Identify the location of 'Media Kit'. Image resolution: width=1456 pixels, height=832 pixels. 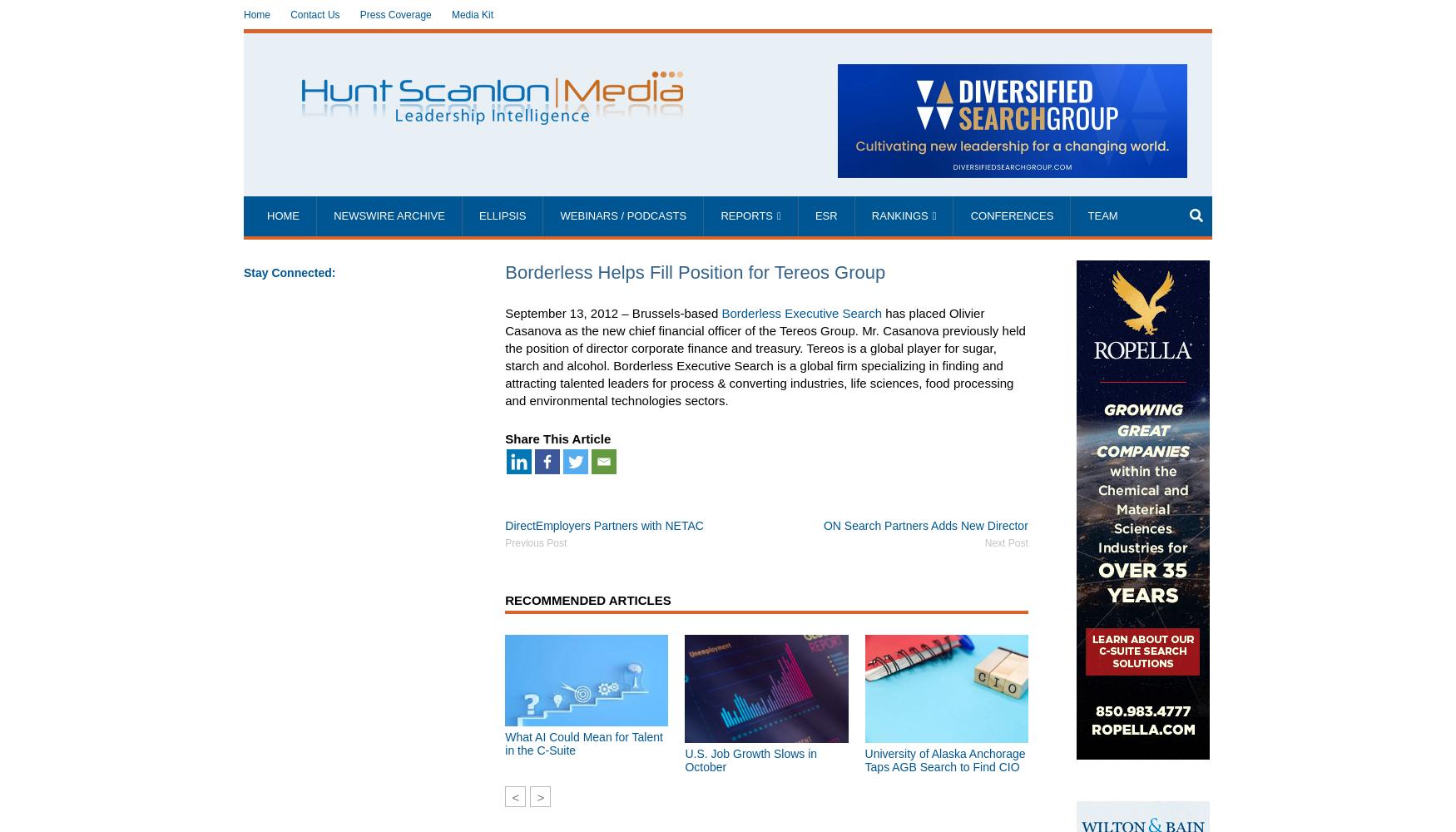
(472, 15).